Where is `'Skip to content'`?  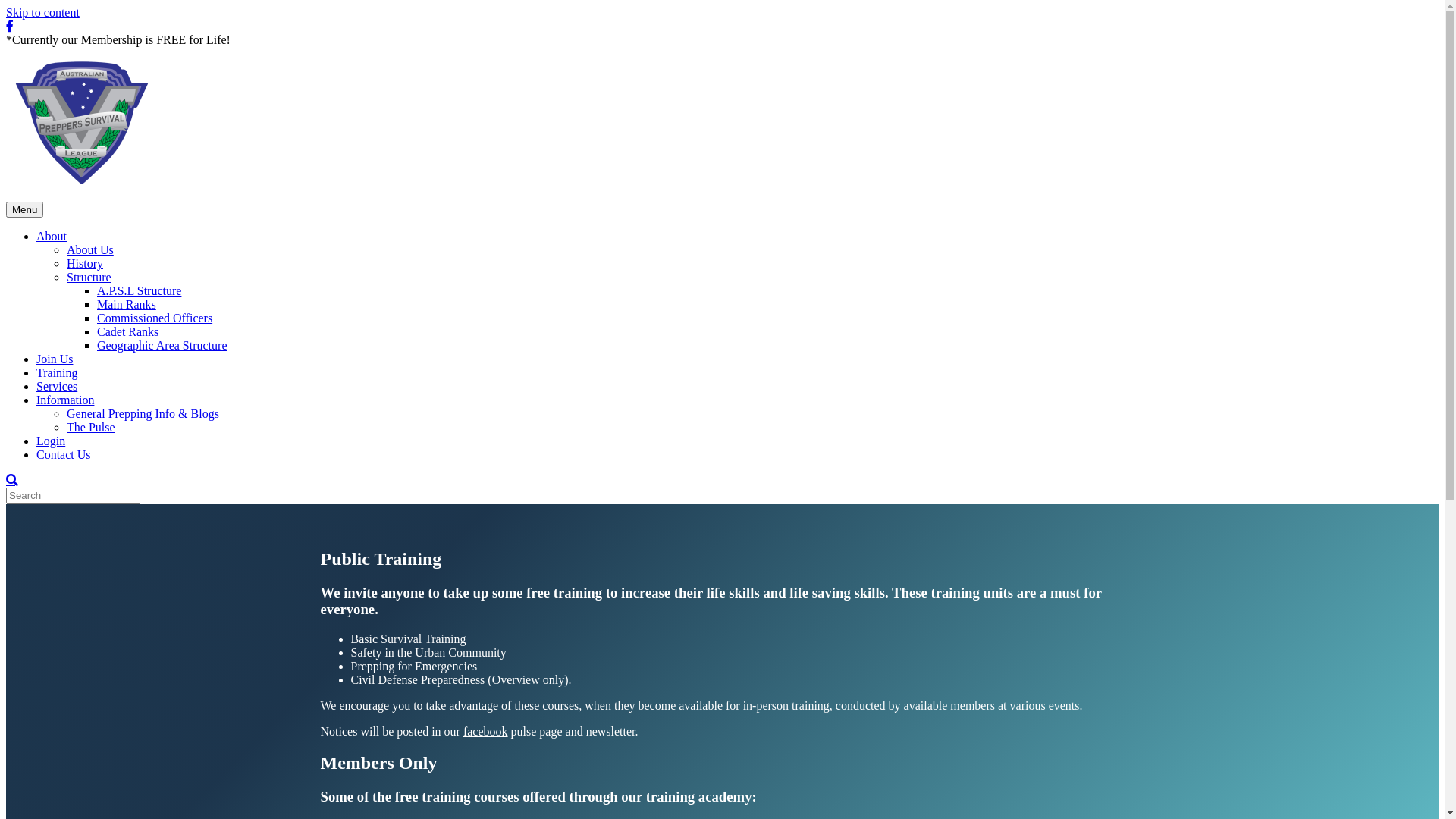 'Skip to content' is located at coordinates (42, 12).